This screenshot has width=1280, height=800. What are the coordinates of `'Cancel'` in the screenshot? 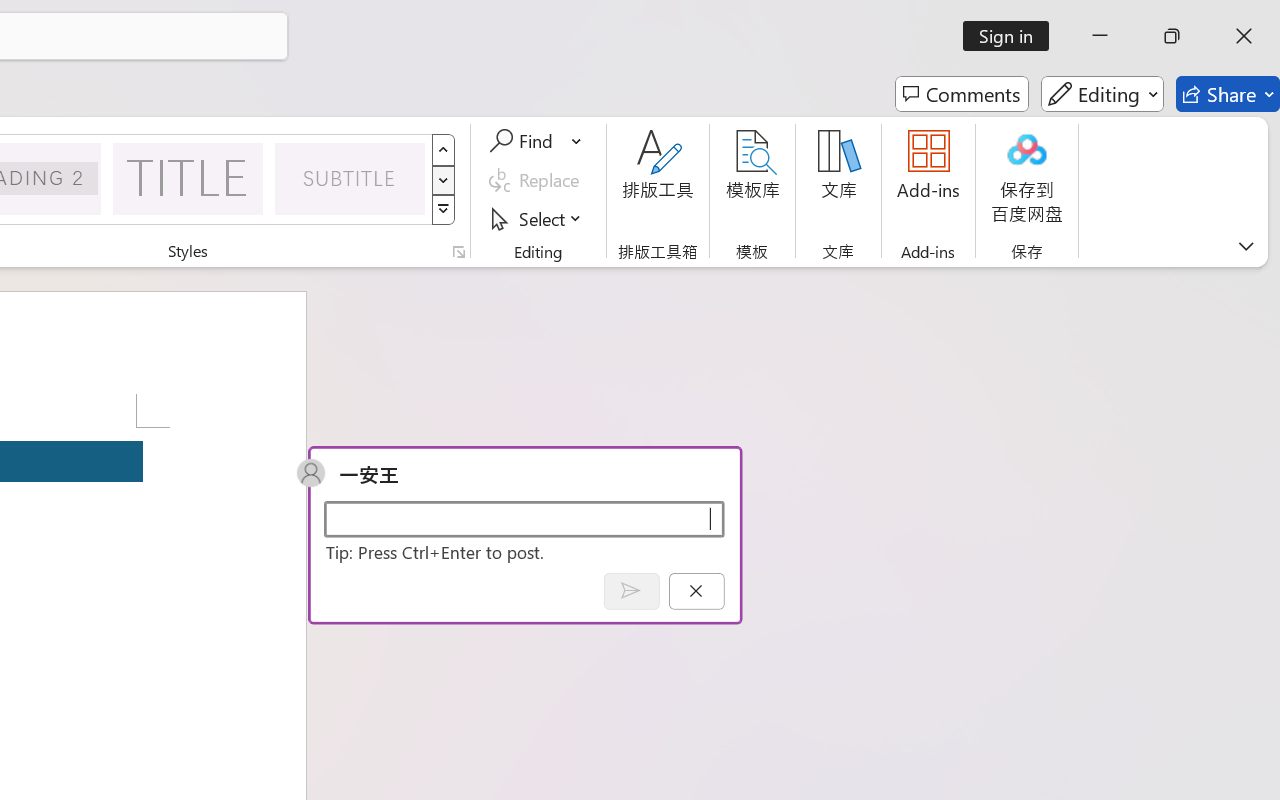 It's located at (696, 590).